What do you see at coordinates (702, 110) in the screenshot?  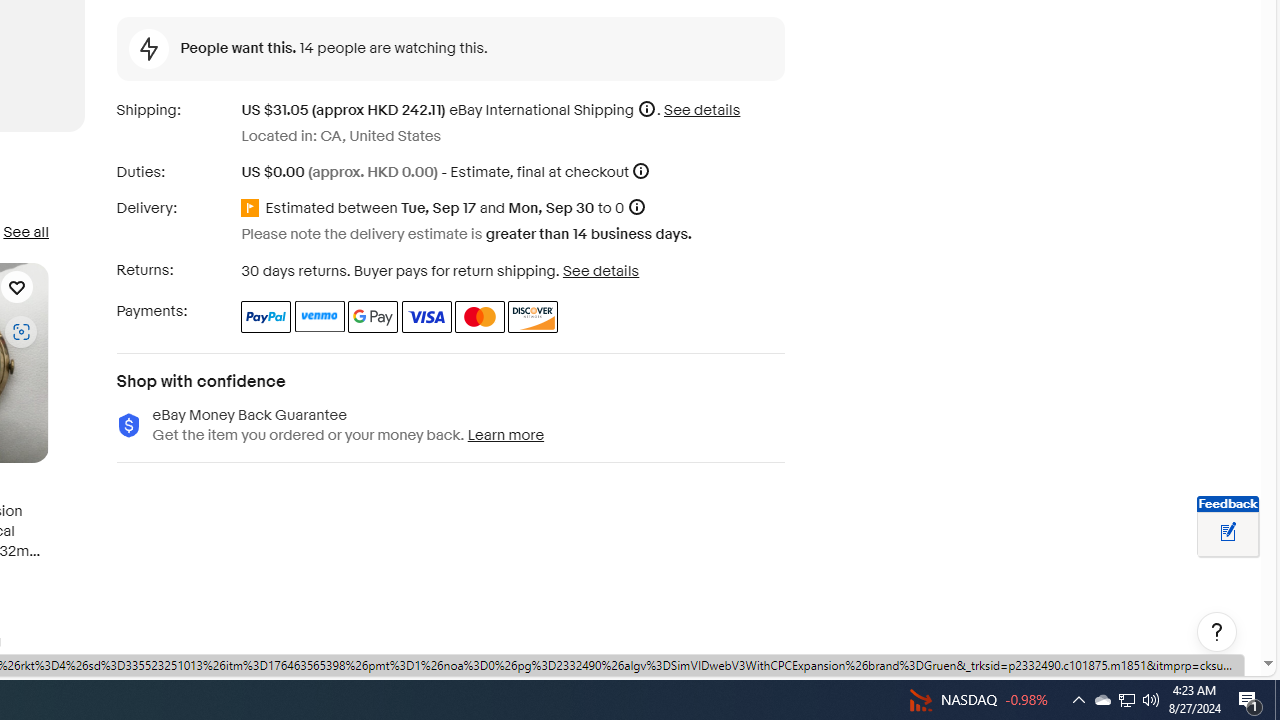 I see `'See details for shipping'` at bounding box center [702, 110].